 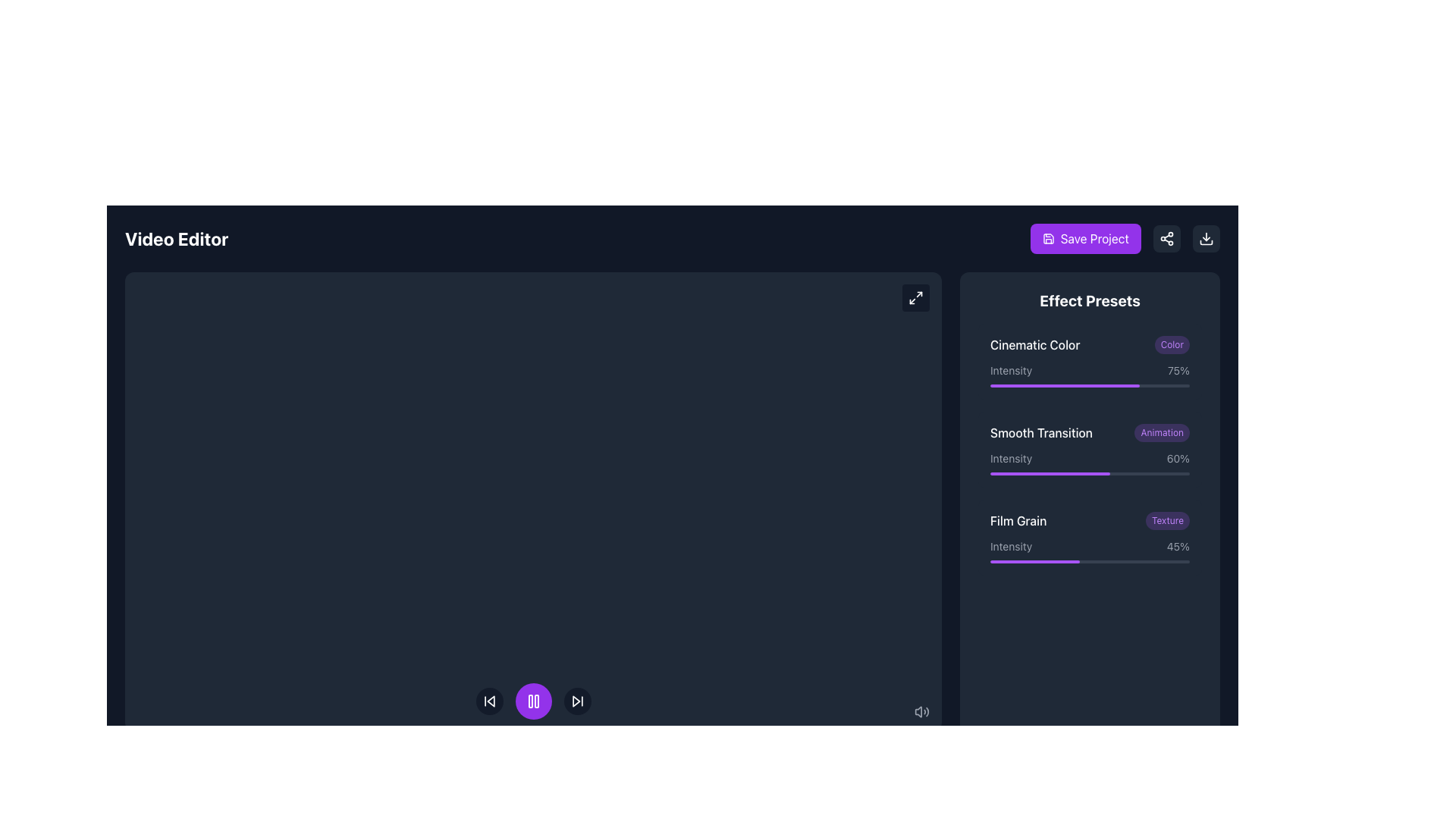 I want to click on the right bar of the pause symbol, which is a tall, narrow rectangle with rounded corners, styled in white against a violet circular background, so click(x=536, y=701).